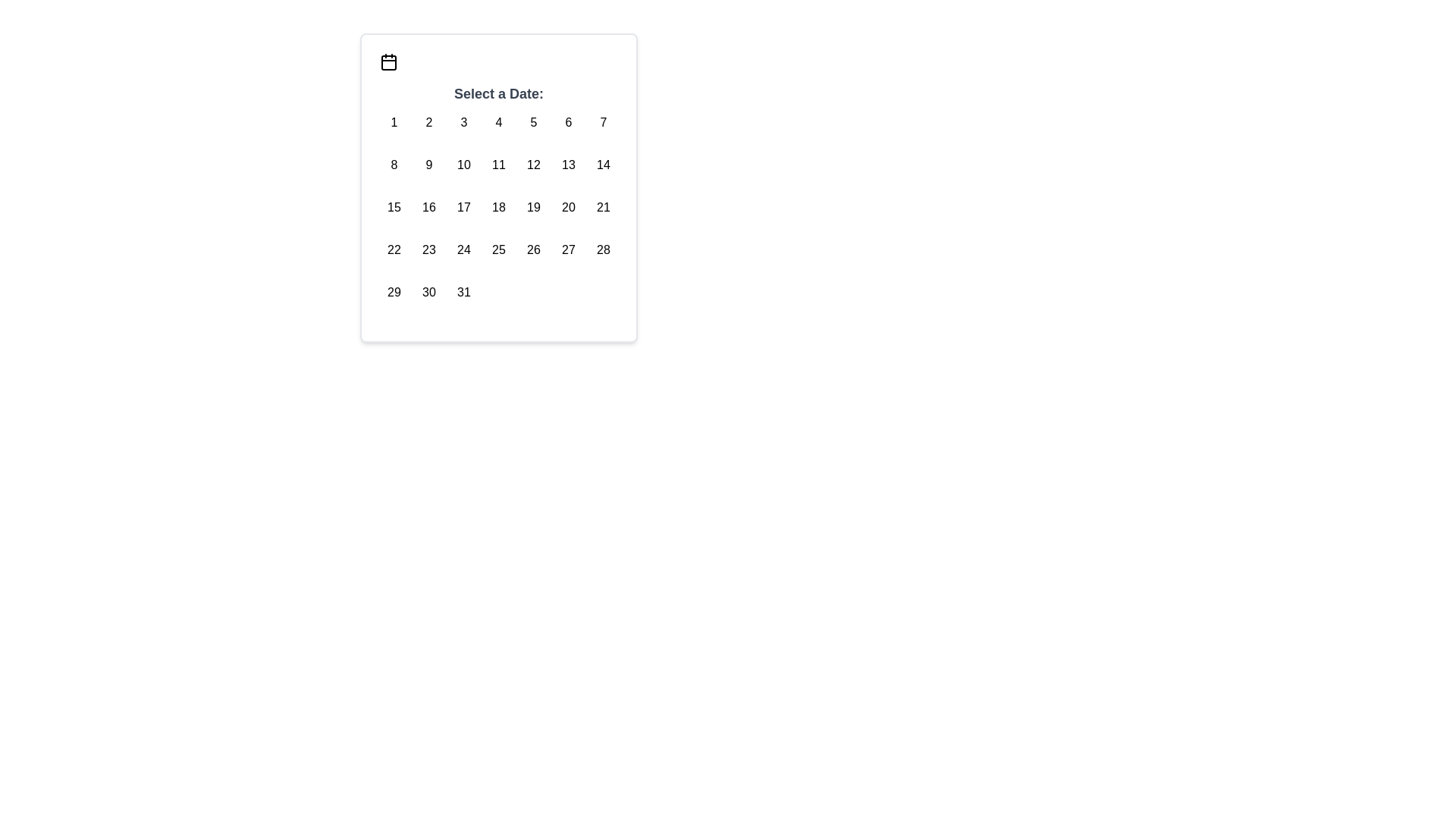  What do you see at coordinates (498, 207) in the screenshot?
I see `the rounded rectangular button displaying the number '18' in black, which is located in the calendar grid layout` at bounding box center [498, 207].